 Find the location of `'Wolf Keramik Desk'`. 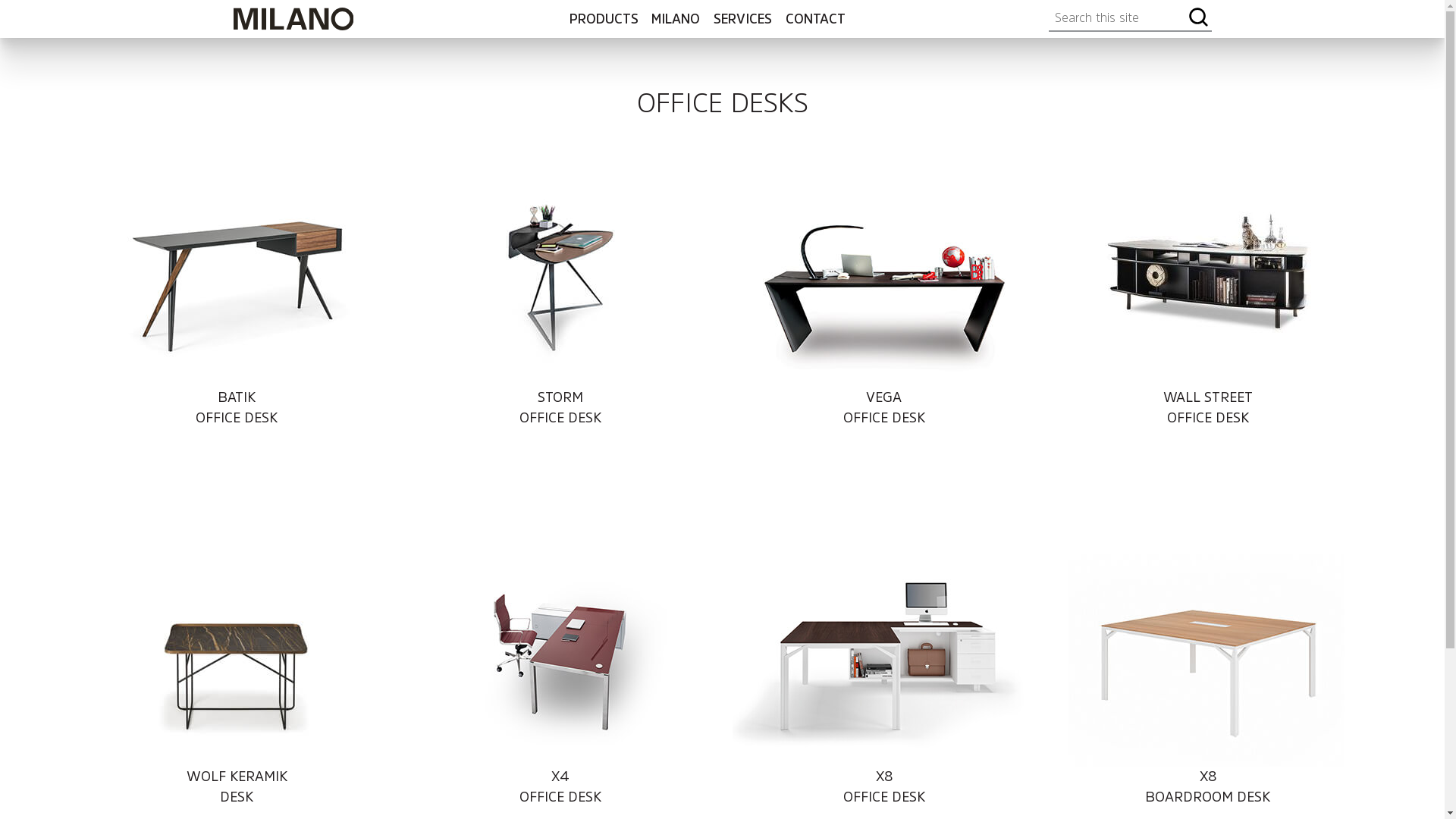

'Wolf Keramik Desk' is located at coordinates (236, 614).